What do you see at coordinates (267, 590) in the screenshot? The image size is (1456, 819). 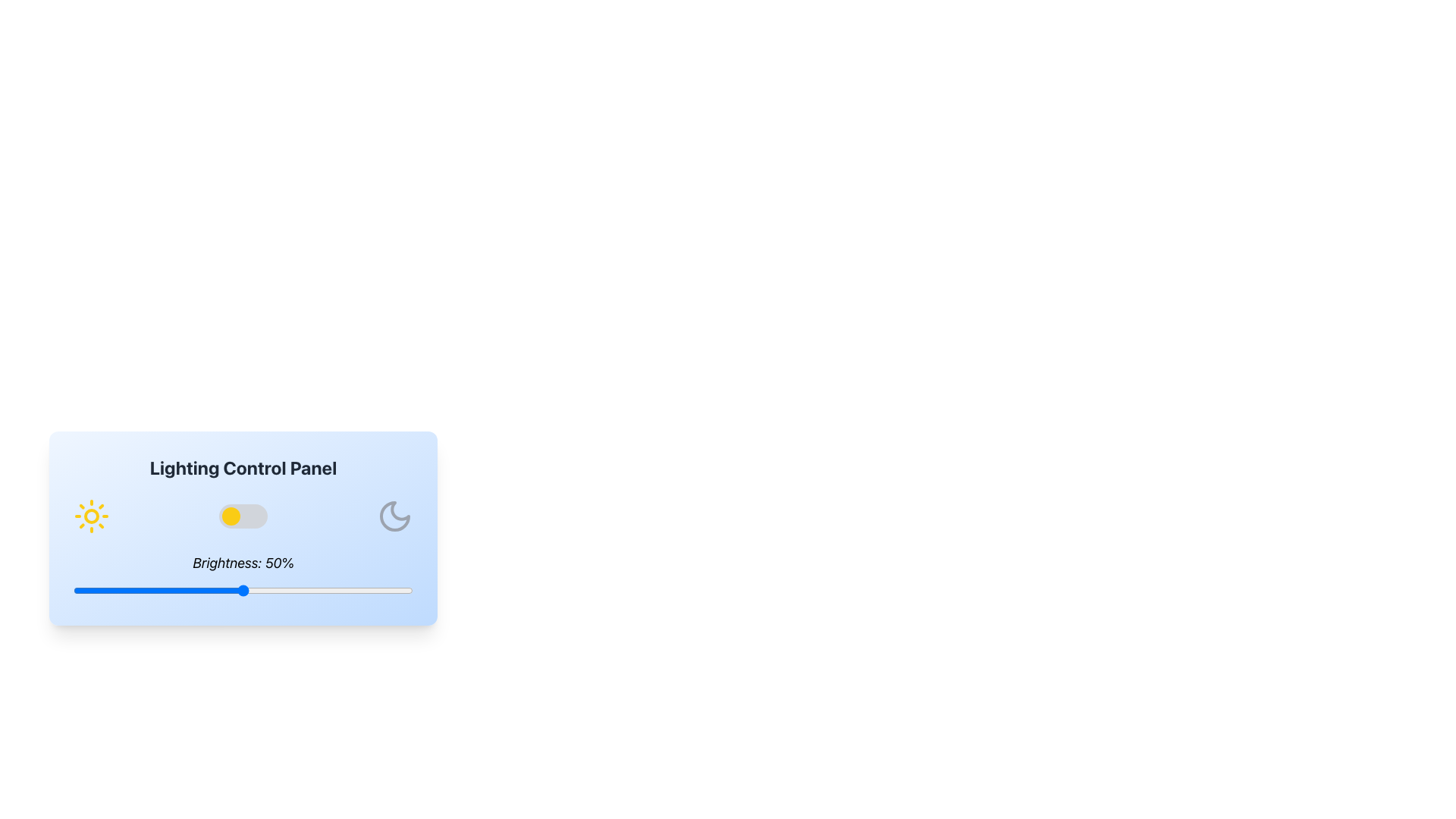 I see `the brightness level` at bounding box center [267, 590].